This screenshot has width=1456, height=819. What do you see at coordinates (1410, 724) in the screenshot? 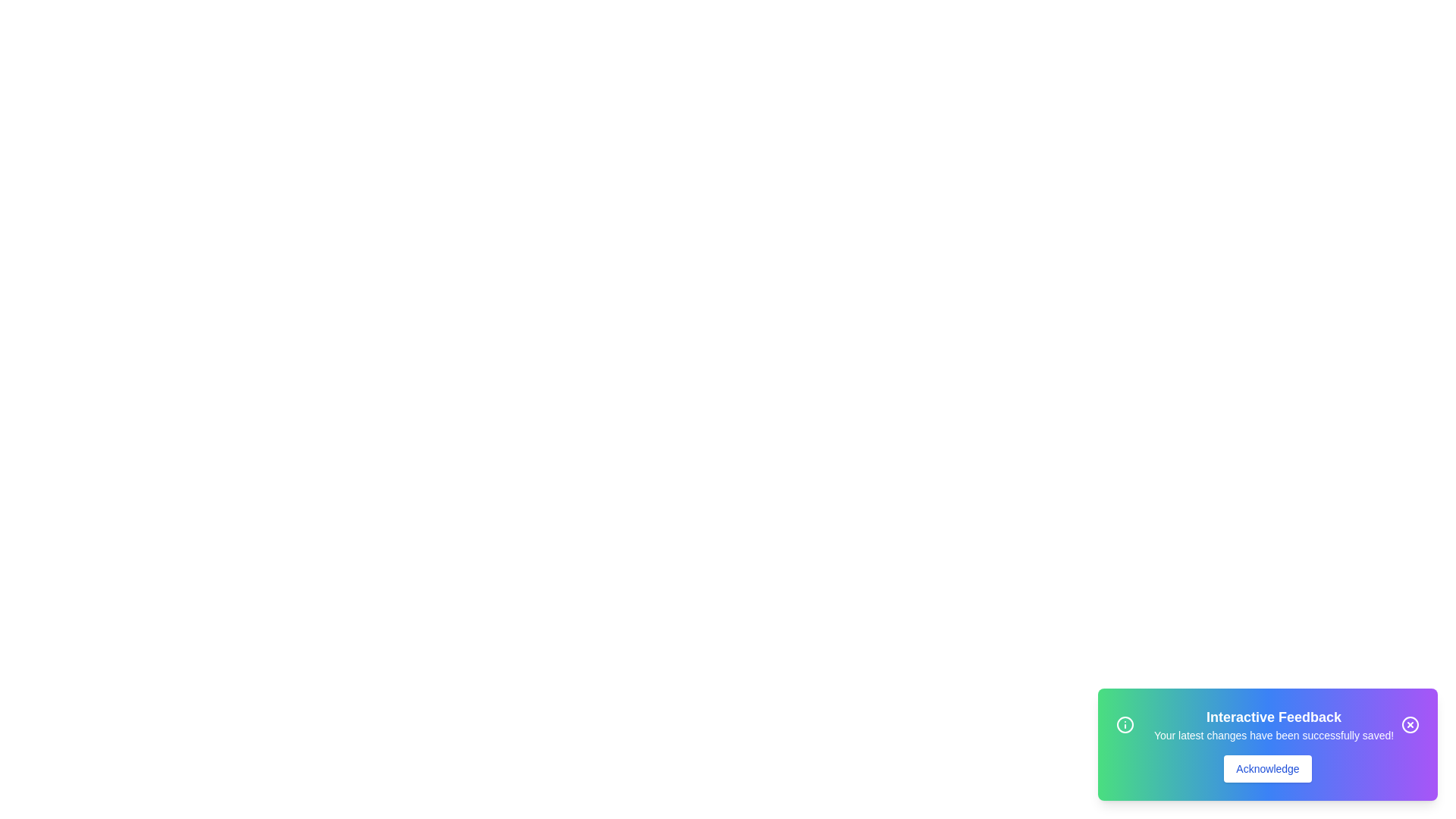
I see `the small circular button with a white 'X' icon on a vibrant purple background, located at the top-right corner of the notification bar` at bounding box center [1410, 724].